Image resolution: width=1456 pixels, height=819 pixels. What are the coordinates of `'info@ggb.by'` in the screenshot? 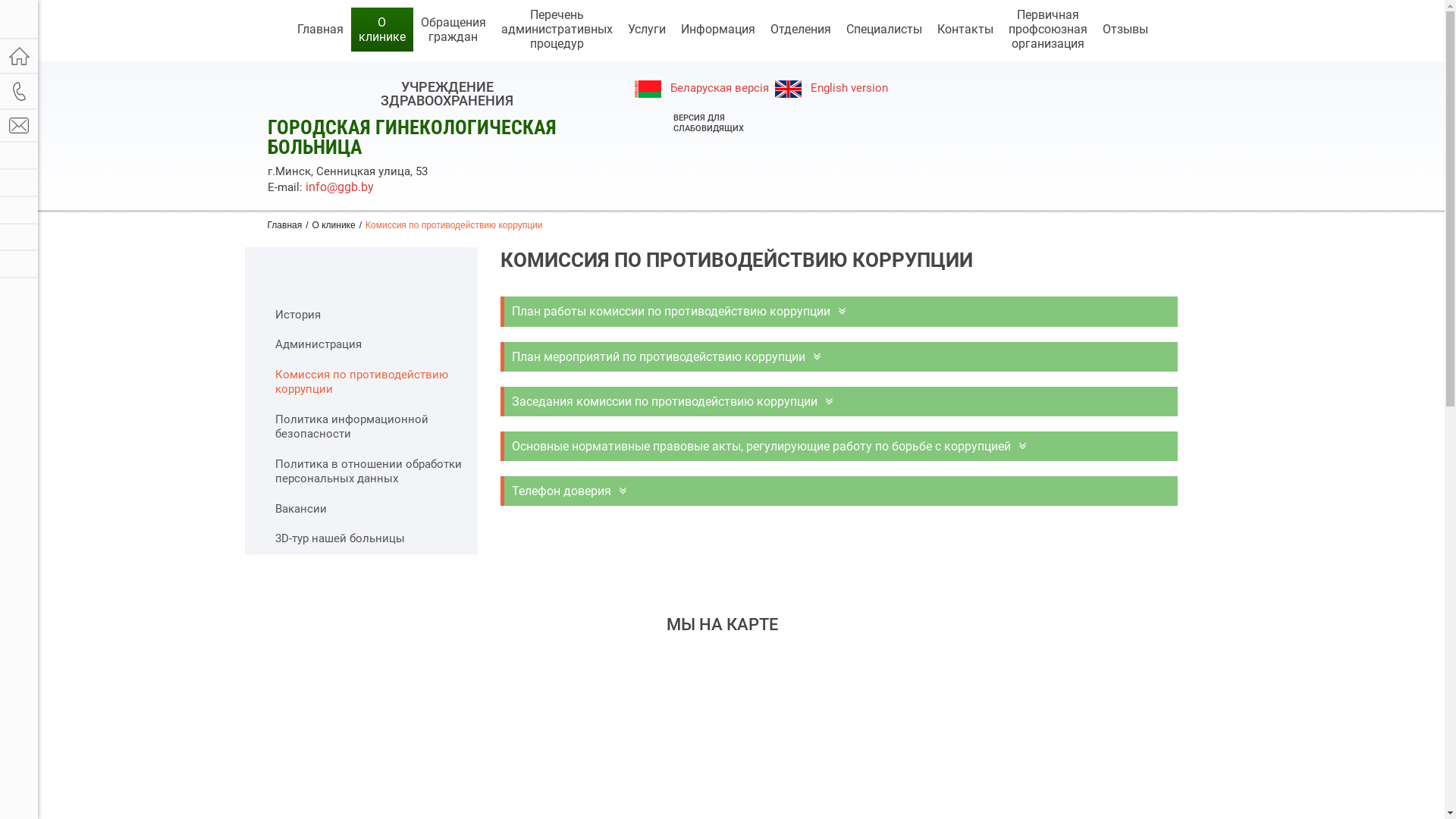 It's located at (337, 186).